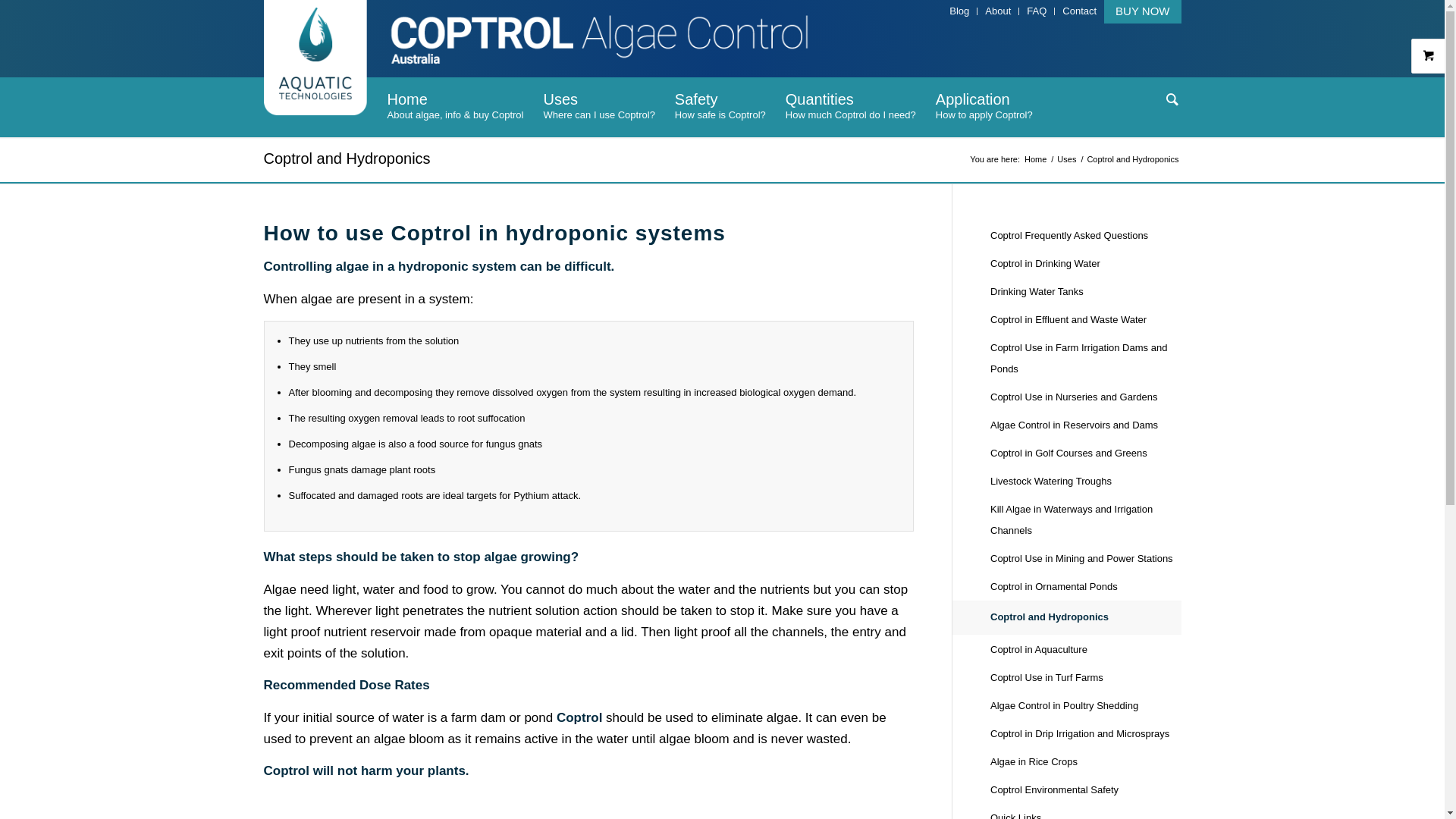 The width and height of the screenshot is (1456, 819). What do you see at coordinates (1084, 425) in the screenshot?
I see `'Algae Control in Reservoirs and Dams'` at bounding box center [1084, 425].